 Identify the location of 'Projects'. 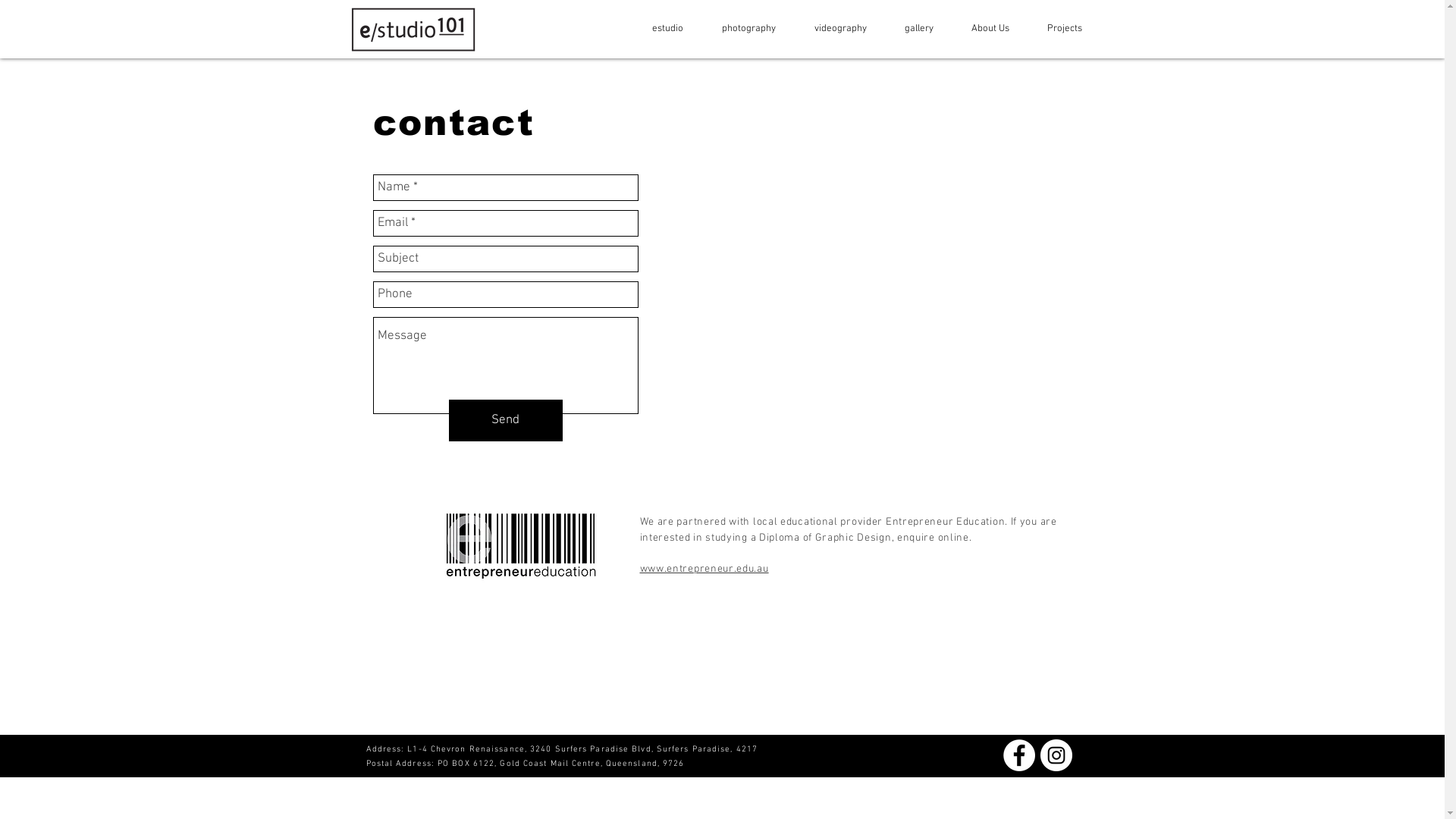
(1056, 29).